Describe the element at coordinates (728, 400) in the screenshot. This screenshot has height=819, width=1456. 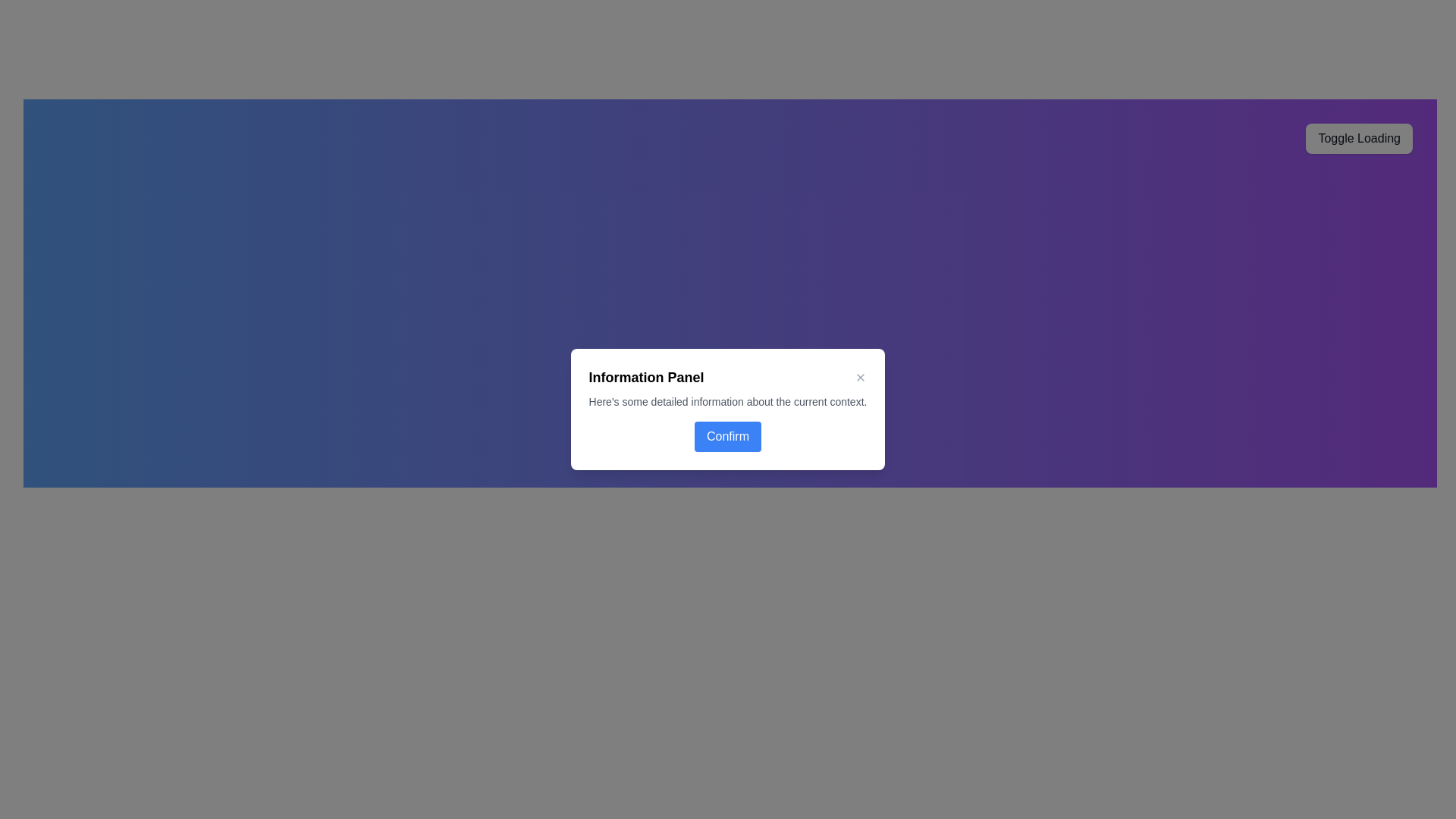
I see `the static informational text located directly below the heading 'Information Panel' and above the 'Confirm' button` at that location.